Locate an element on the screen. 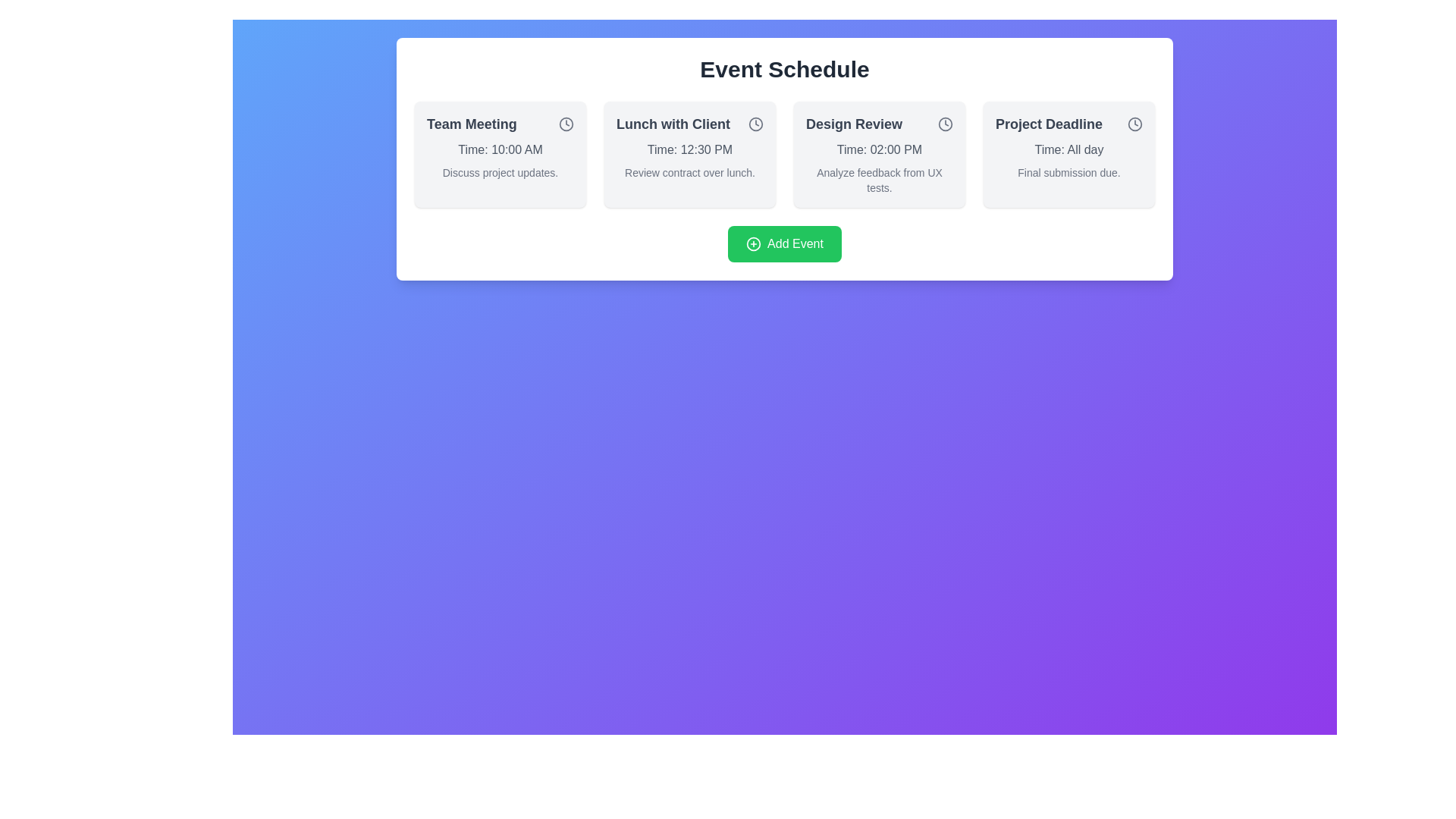 Image resolution: width=1456 pixels, height=819 pixels. the Text label displaying 'Time: 12:30 PM' in italicized medium-gray font, located in the 'Lunch with Client' card is located at coordinates (689, 149).